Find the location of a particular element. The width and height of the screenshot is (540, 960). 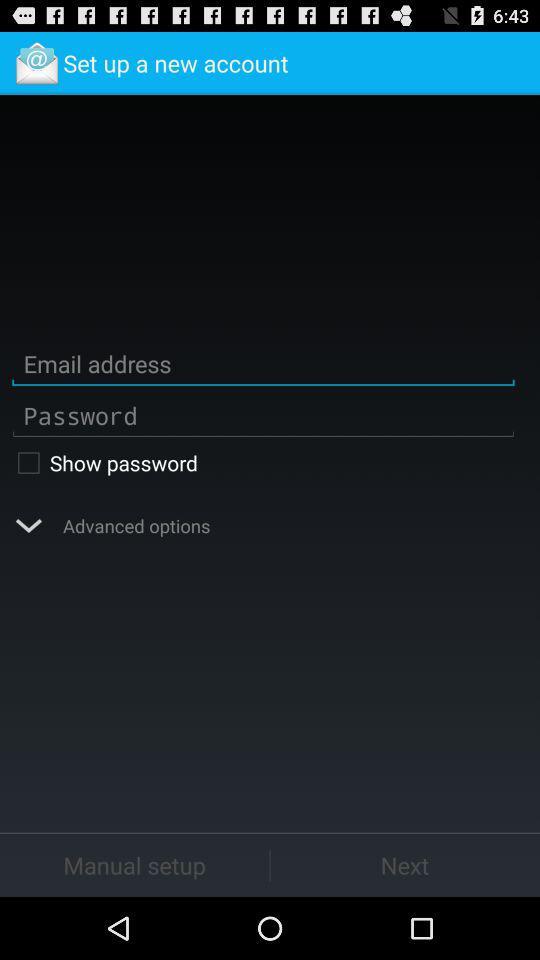

button at the bottom right corner is located at coordinates (405, 864).